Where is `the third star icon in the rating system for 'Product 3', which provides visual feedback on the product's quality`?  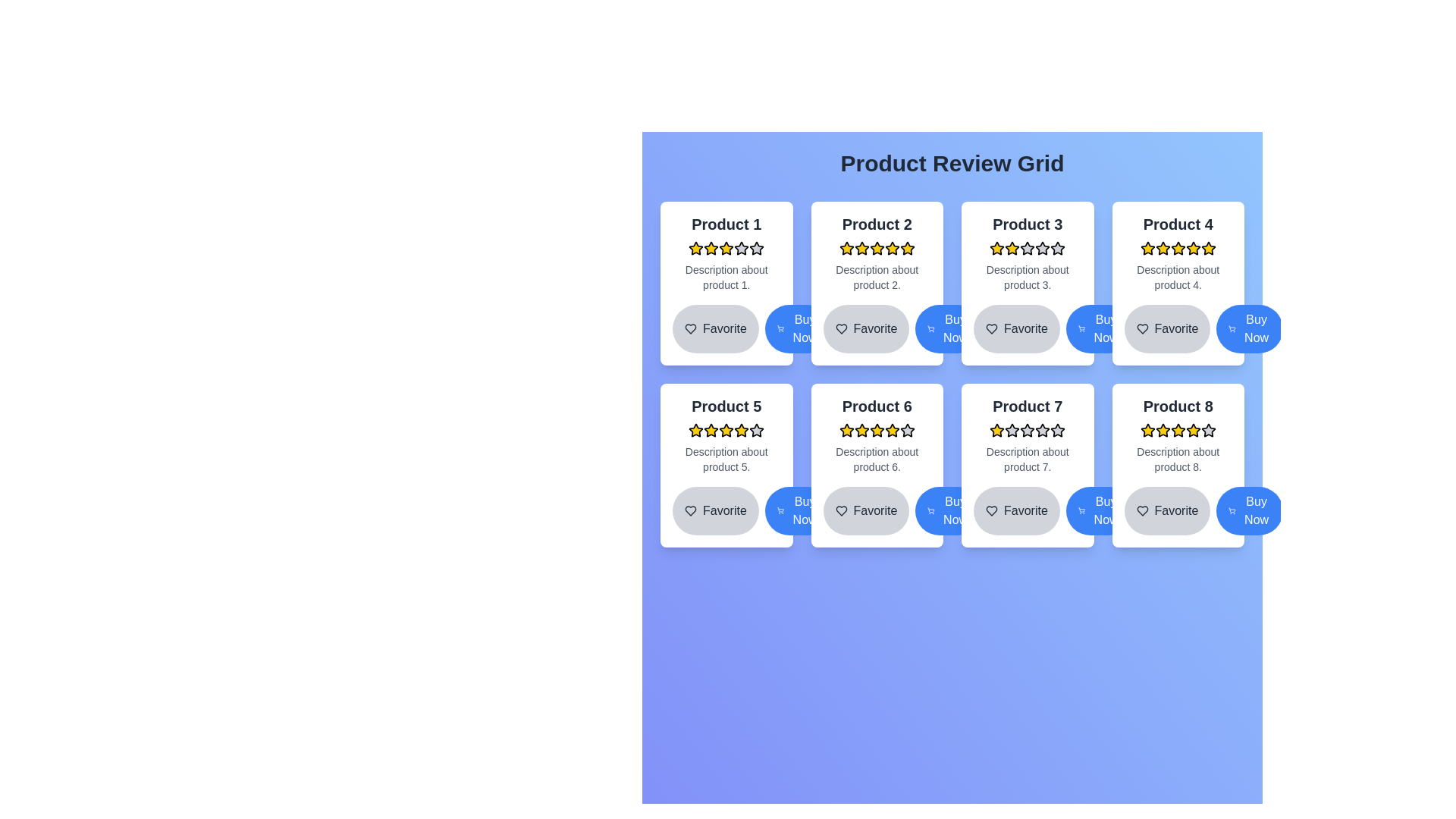 the third star icon in the rating system for 'Product 3', which provides visual feedback on the product's quality is located at coordinates (1012, 247).